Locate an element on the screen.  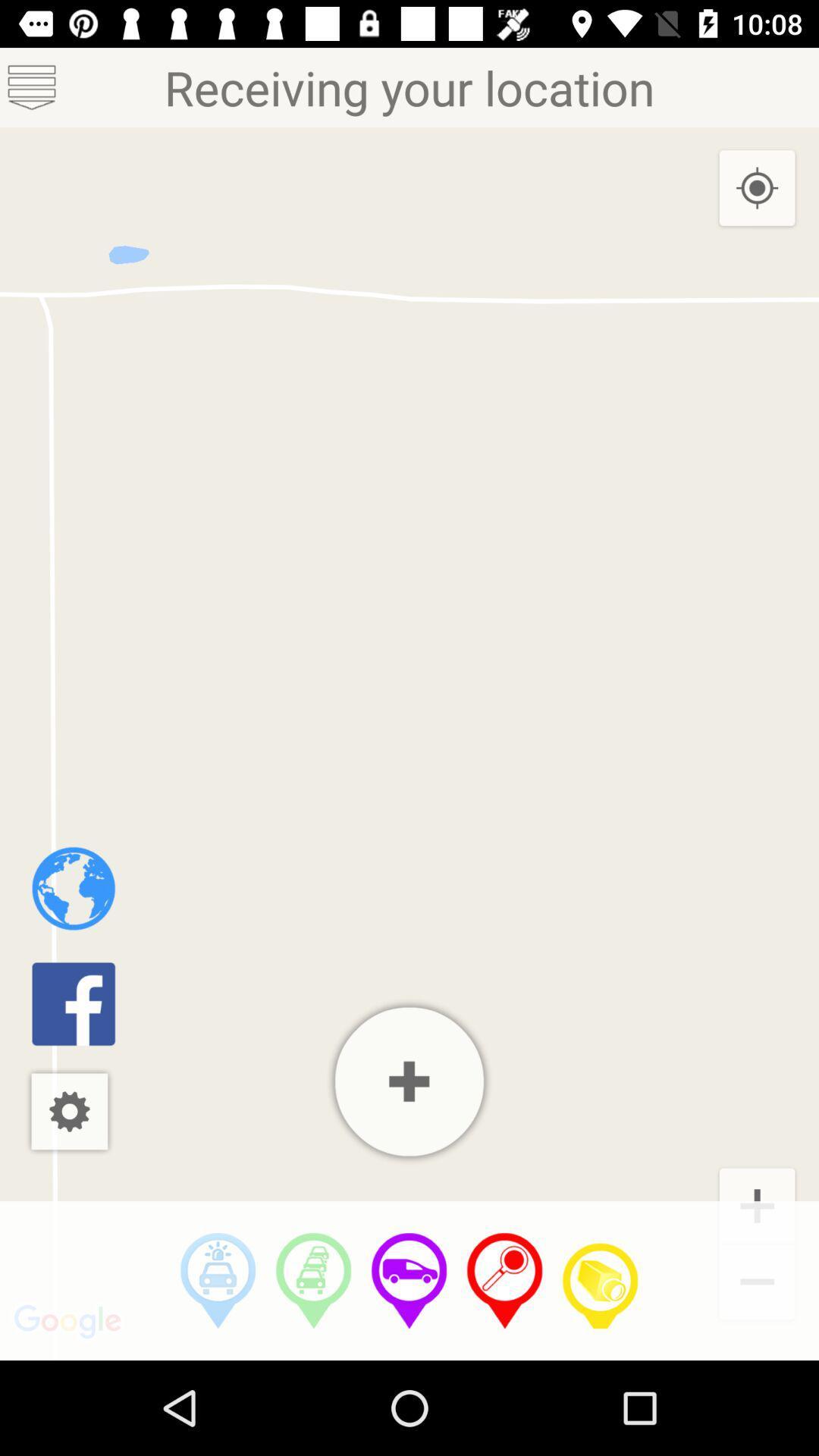
click zoom in option is located at coordinates (409, 1081).